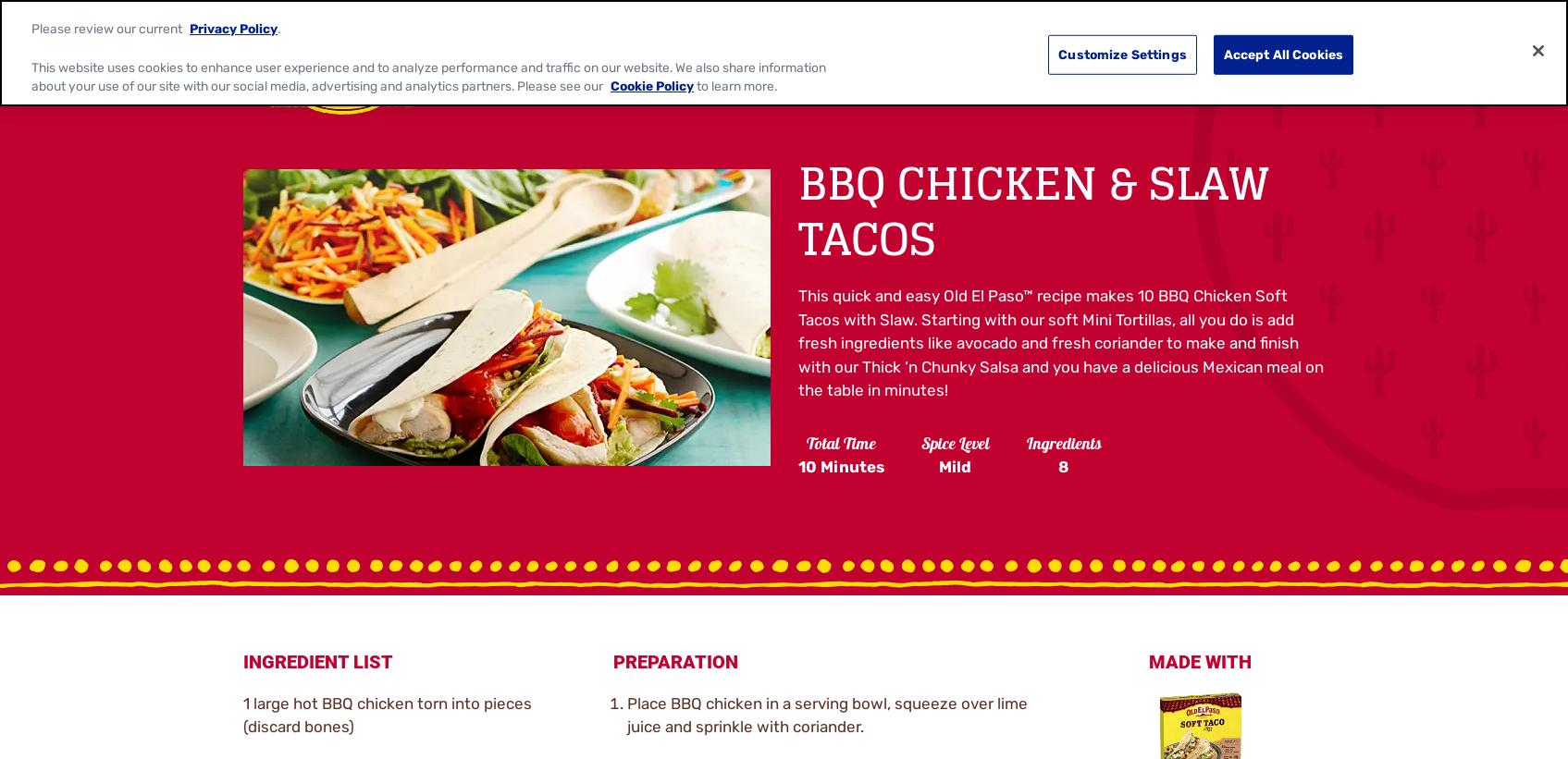 The width and height of the screenshot is (1568, 759). Describe the element at coordinates (839, 466) in the screenshot. I see `'10 Minutes'` at that location.